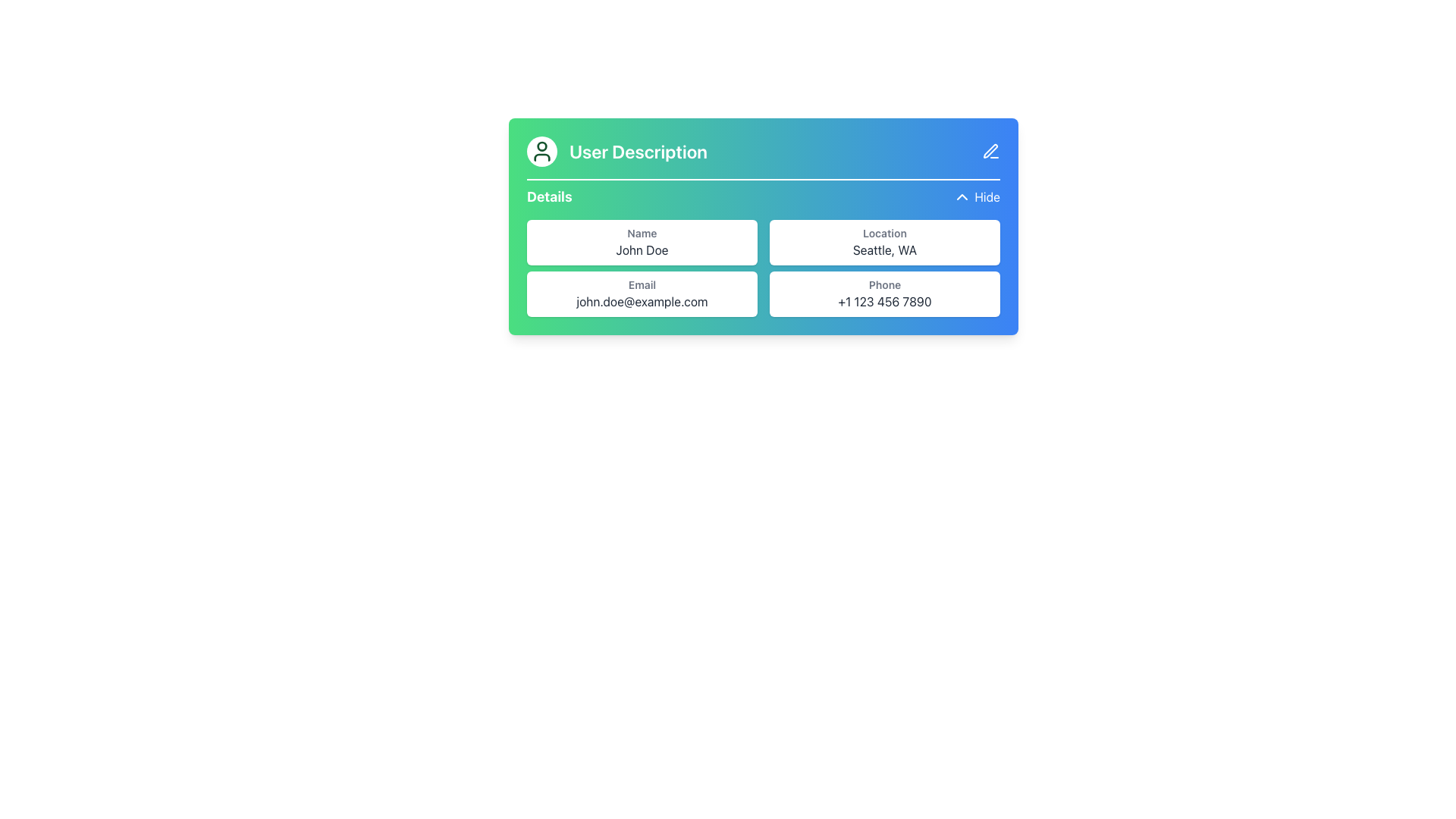 The image size is (1456, 819). What do you see at coordinates (542, 152) in the screenshot?
I see `the circular user profile icon with a green border located in the top-left corner of the user details card` at bounding box center [542, 152].